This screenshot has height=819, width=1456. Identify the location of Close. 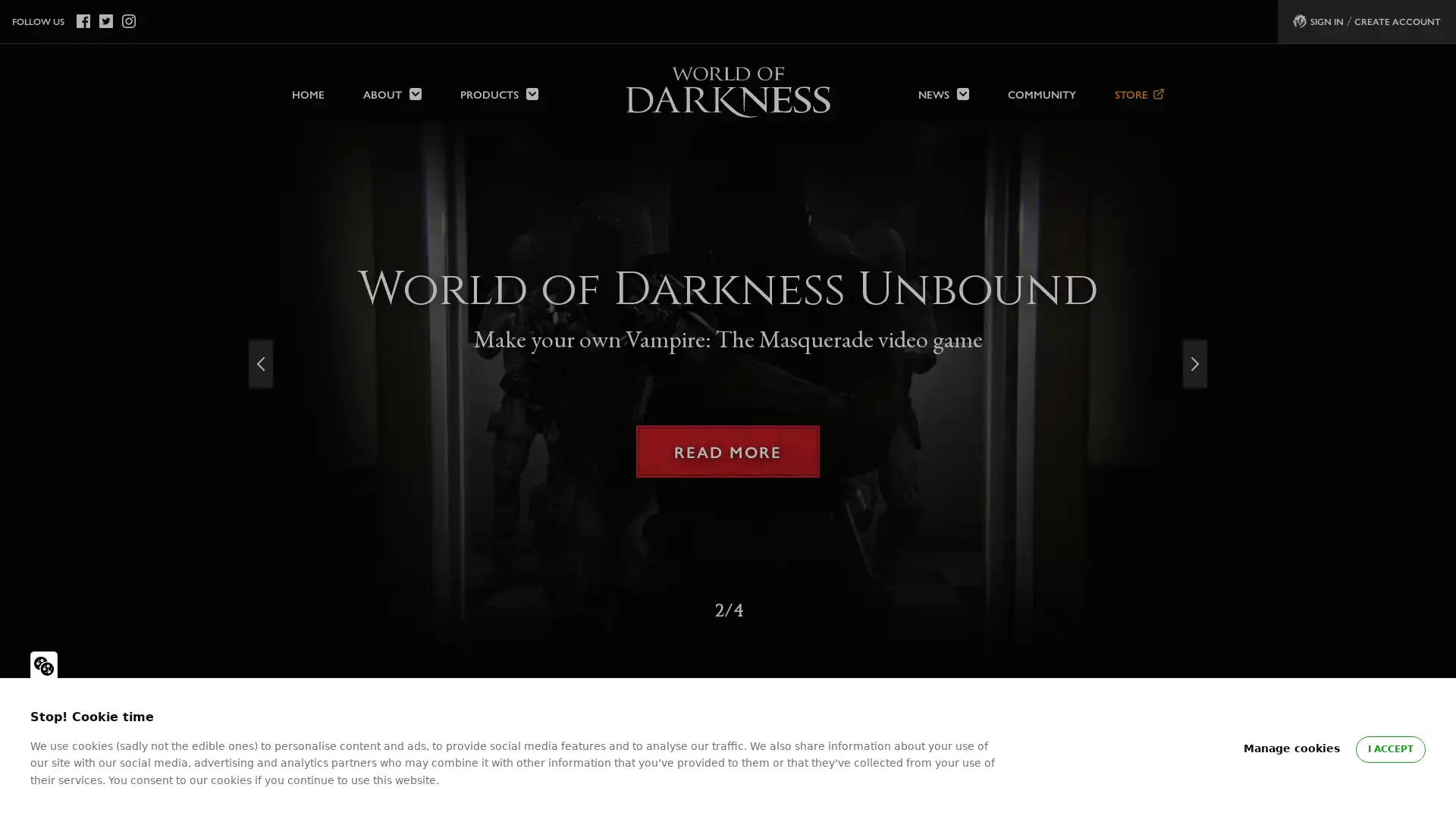
(1426, 28).